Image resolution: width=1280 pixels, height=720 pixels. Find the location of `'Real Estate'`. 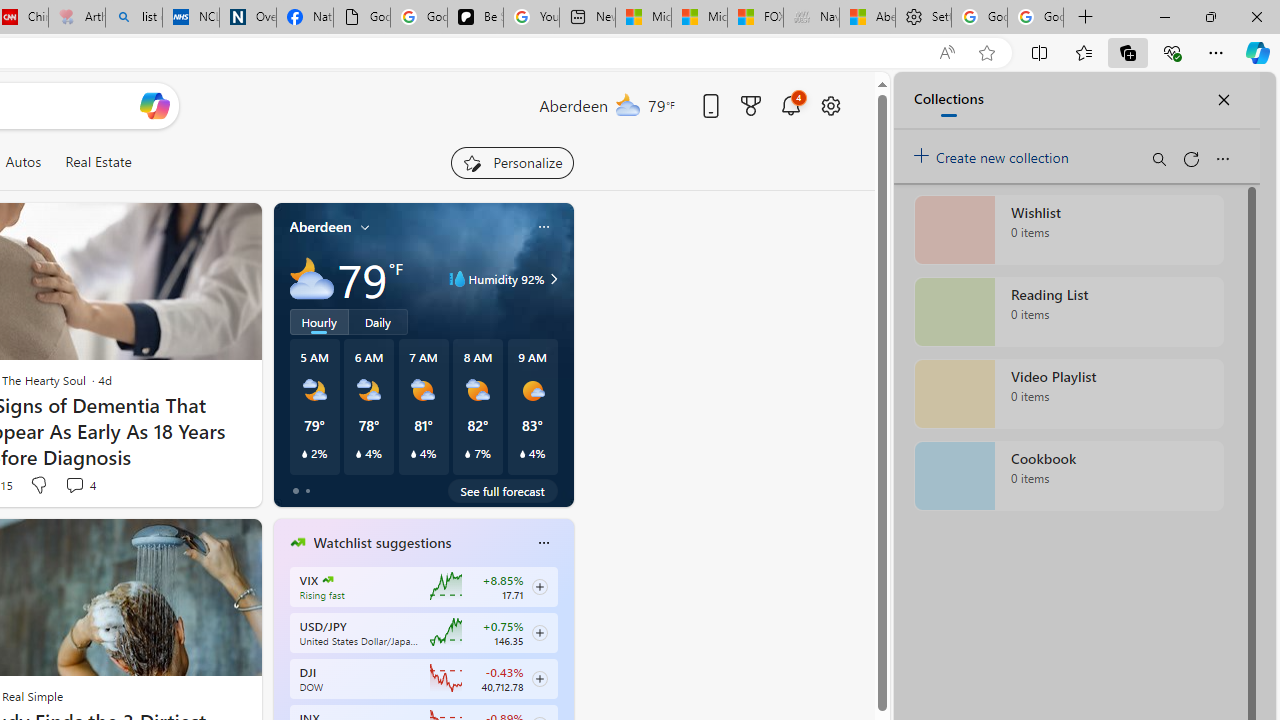

'Real Estate' is located at coordinates (97, 161).